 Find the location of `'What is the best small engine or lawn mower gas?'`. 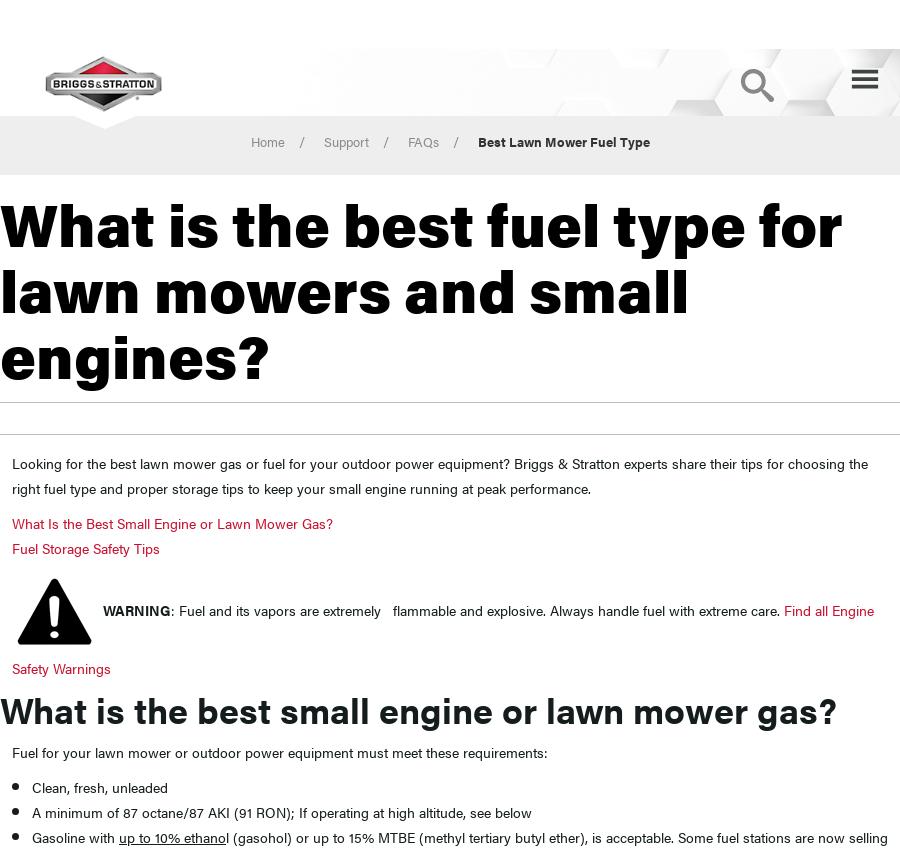

'What is the best small engine or lawn mower gas?' is located at coordinates (418, 707).